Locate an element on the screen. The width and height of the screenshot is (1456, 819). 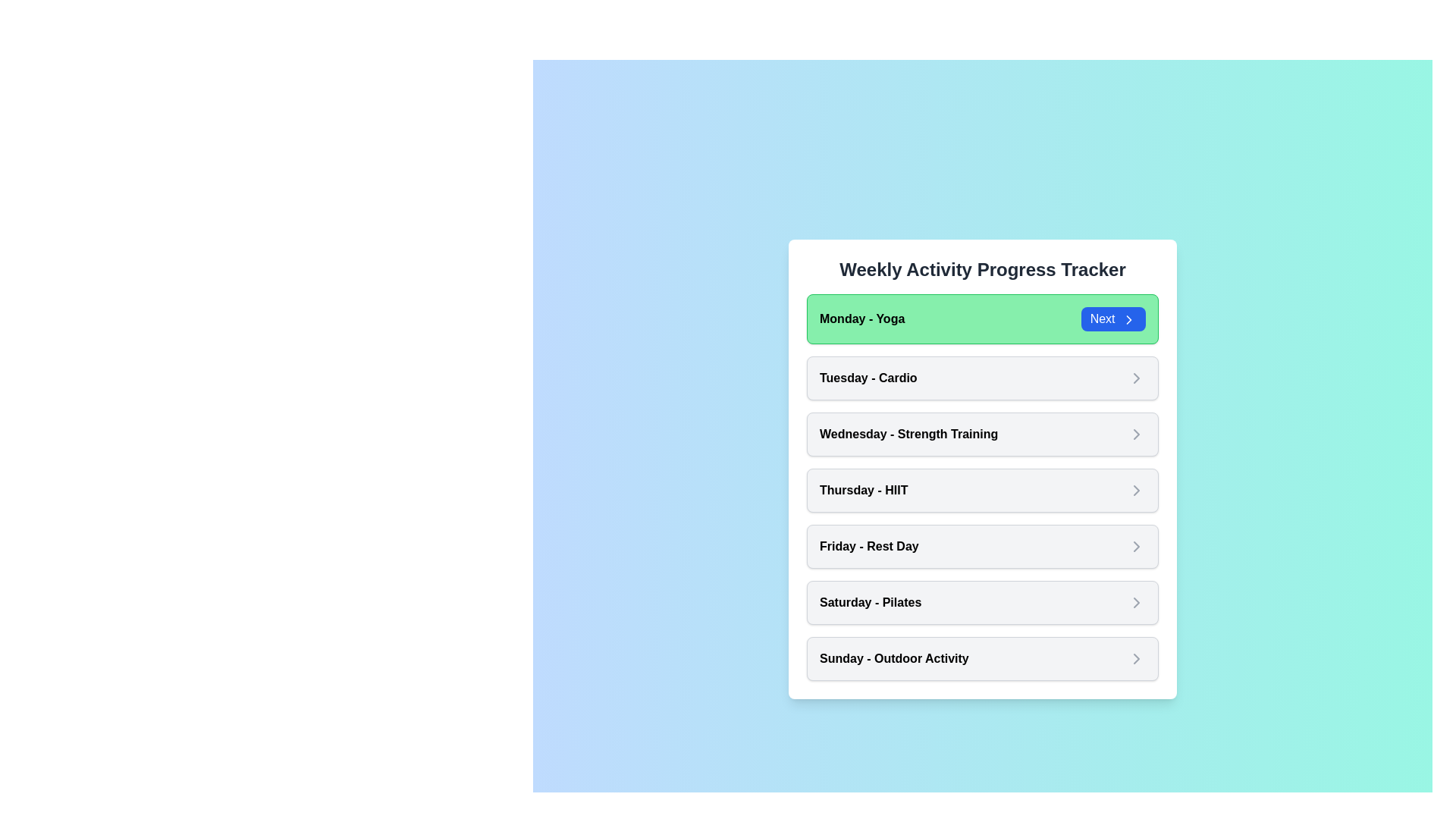
the right-pointing chevron arrow icon, which is part of the 'Next' button located in the topmost card of the list is located at coordinates (1136, 601).